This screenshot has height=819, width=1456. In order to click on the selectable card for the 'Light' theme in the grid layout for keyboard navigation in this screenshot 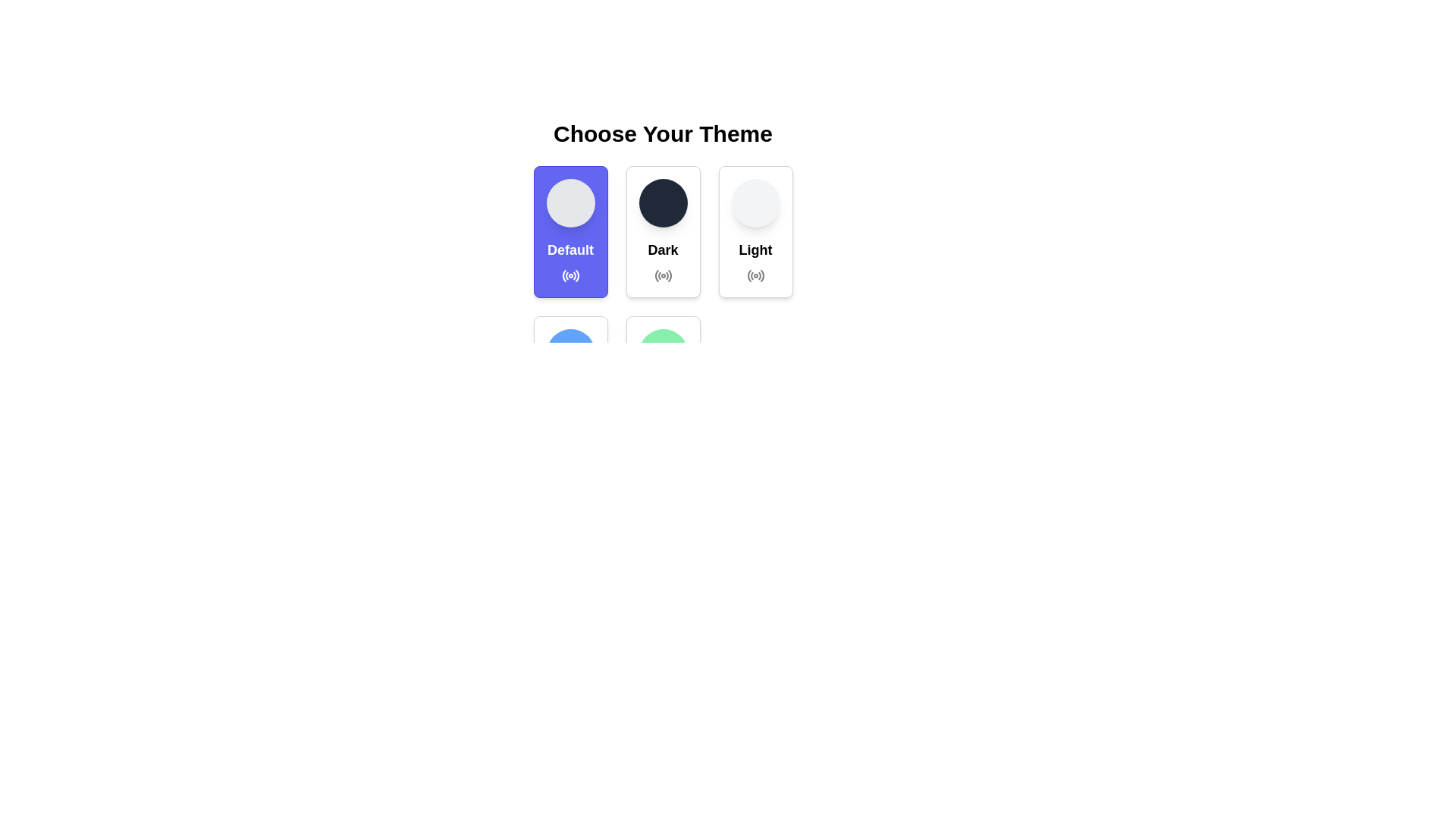, I will do `click(755, 231)`.